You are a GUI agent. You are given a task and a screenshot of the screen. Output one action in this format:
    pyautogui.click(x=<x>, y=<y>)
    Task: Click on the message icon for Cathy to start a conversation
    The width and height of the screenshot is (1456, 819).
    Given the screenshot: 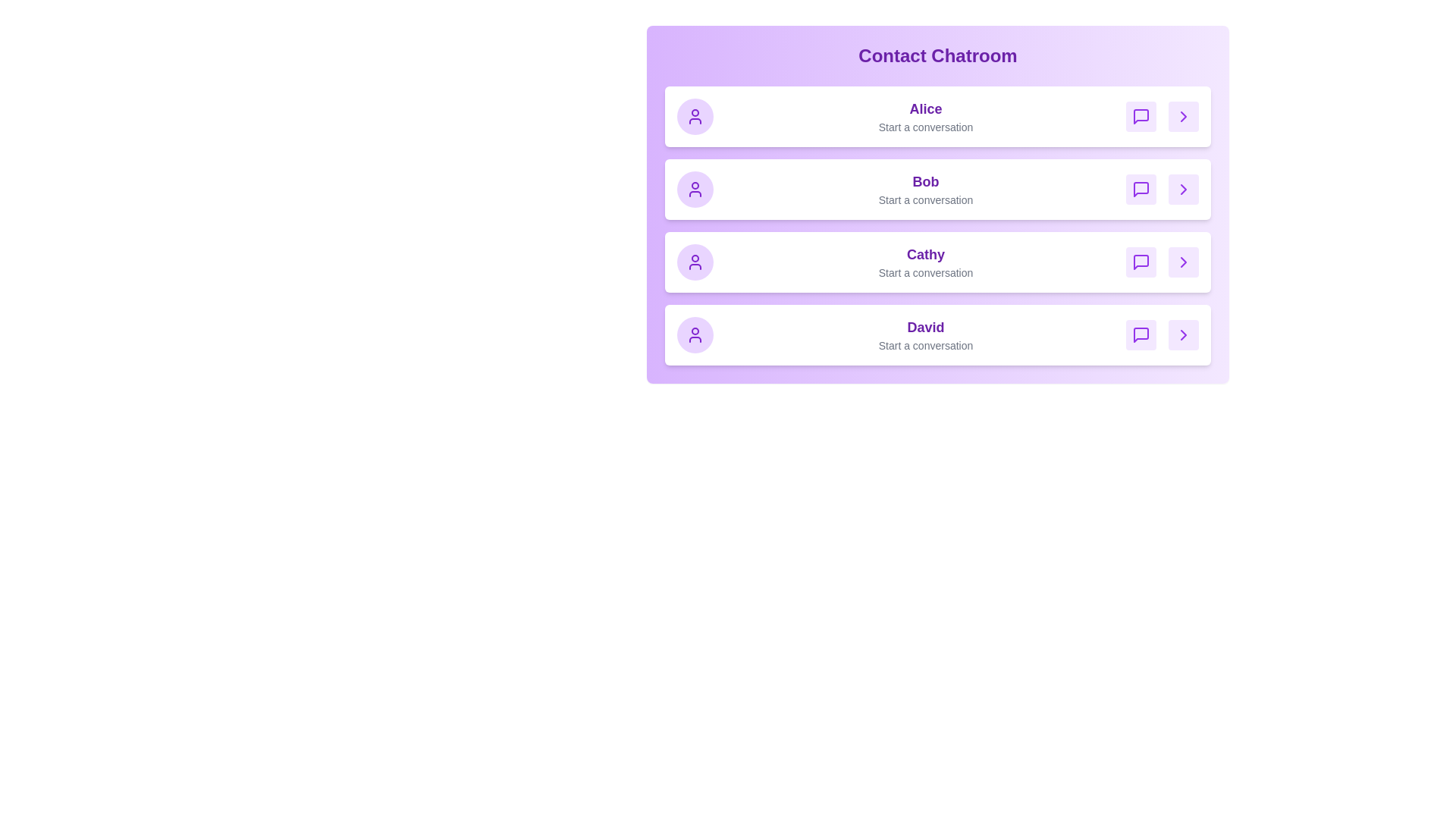 What is the action you would take?
    pyautogui.click(x=1141, y=262)
    